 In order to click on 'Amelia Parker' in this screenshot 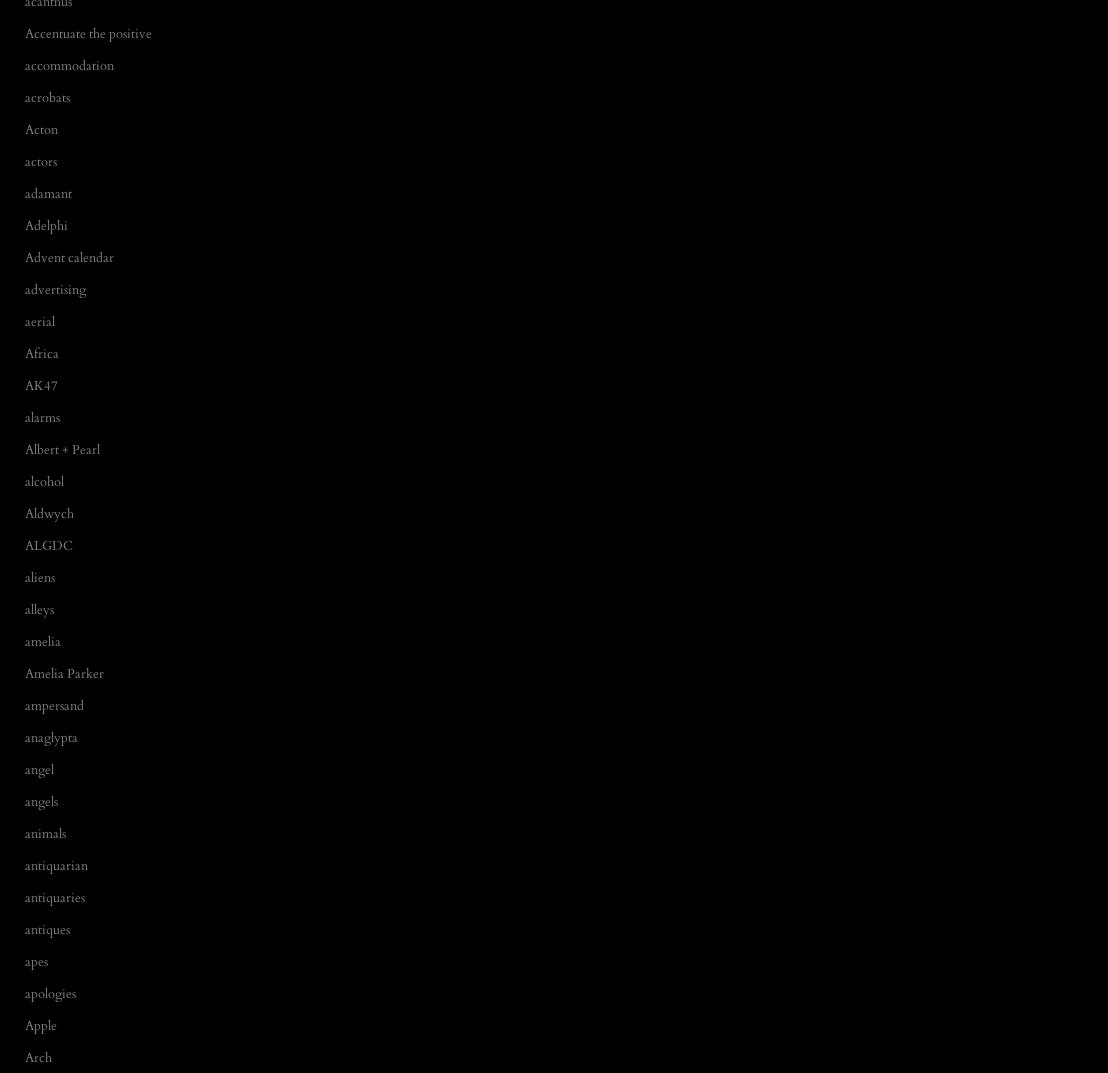, I will do `click(63, 672)`.